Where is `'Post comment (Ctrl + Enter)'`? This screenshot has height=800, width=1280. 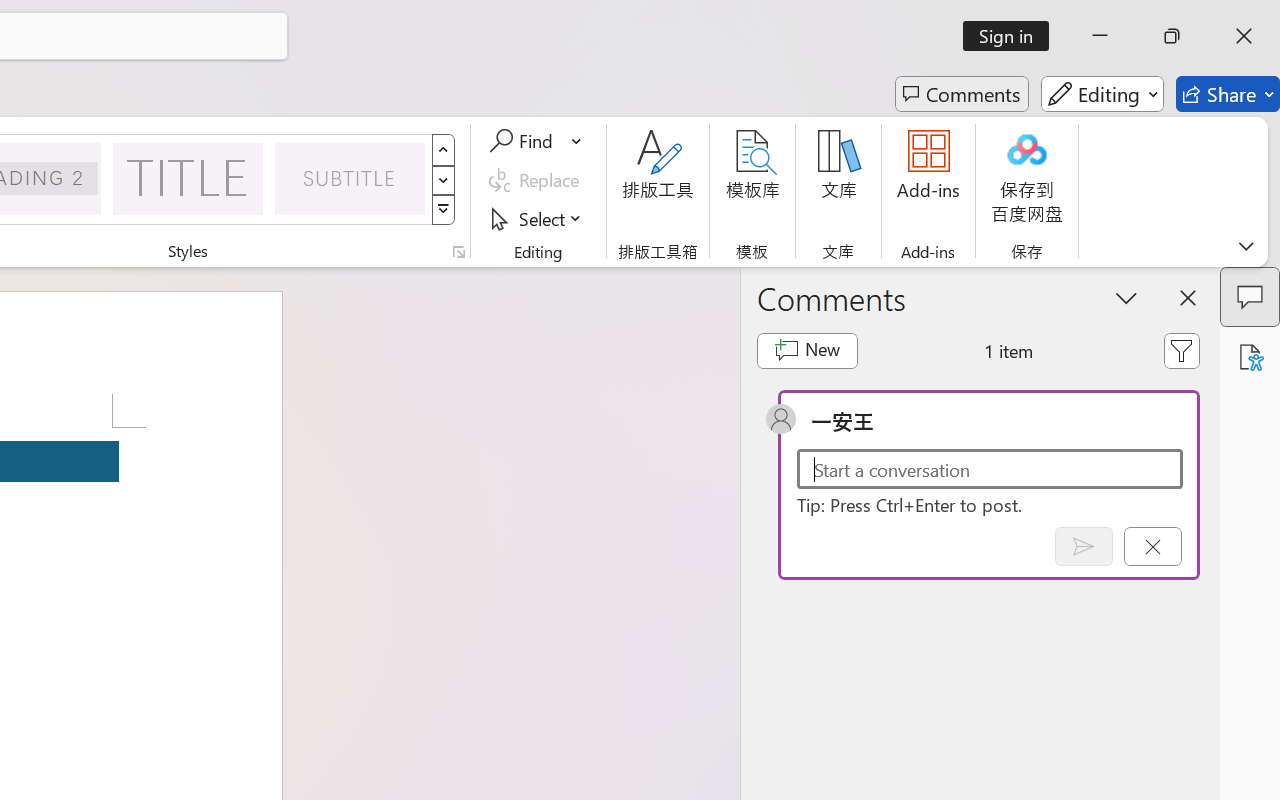 'Post comment (Ctrl + Enter)' is located at coordinates (1083, 546).